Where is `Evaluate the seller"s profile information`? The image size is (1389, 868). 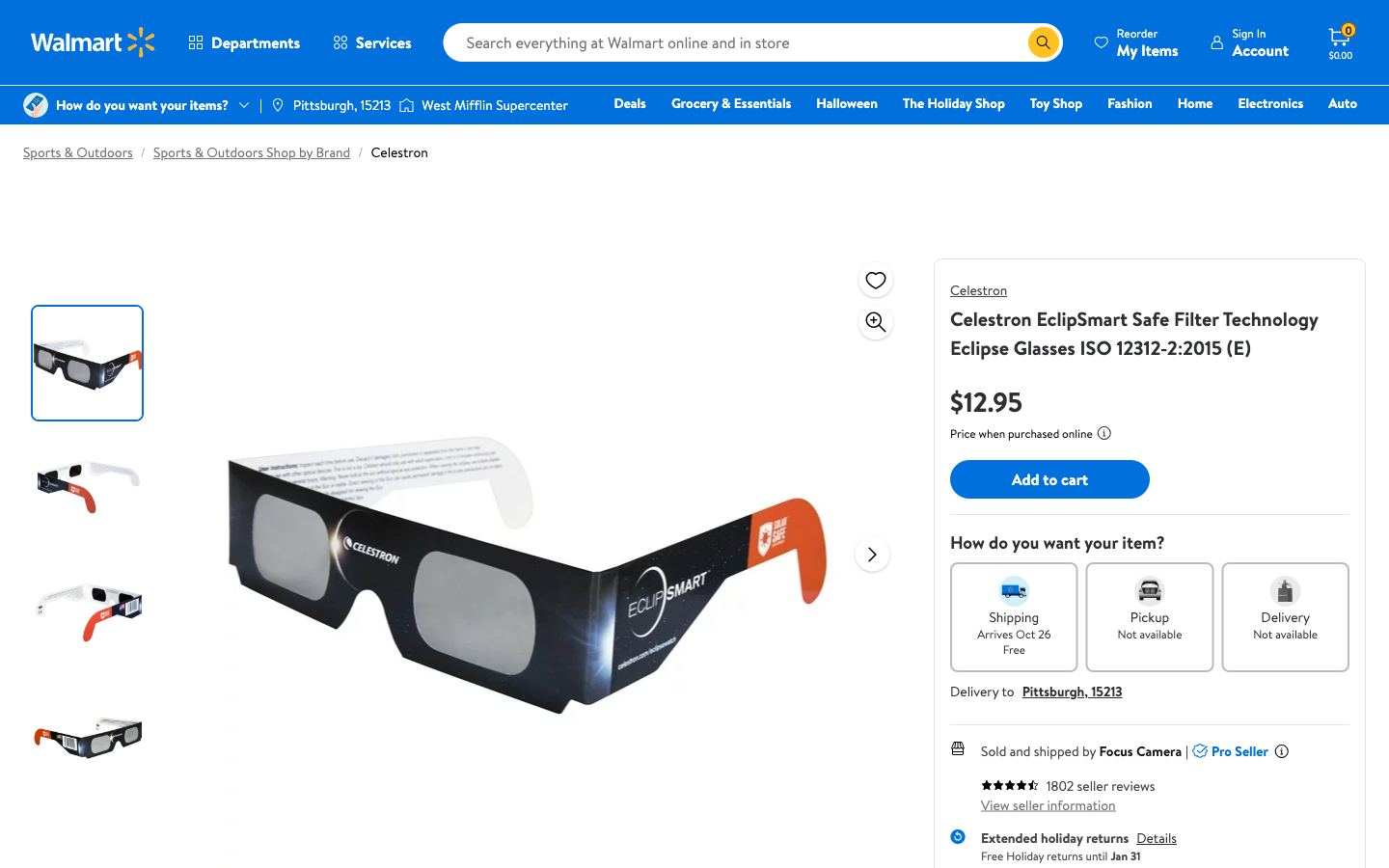
Evaluate the seller"s profile information is located at coordinates (1048, 804).